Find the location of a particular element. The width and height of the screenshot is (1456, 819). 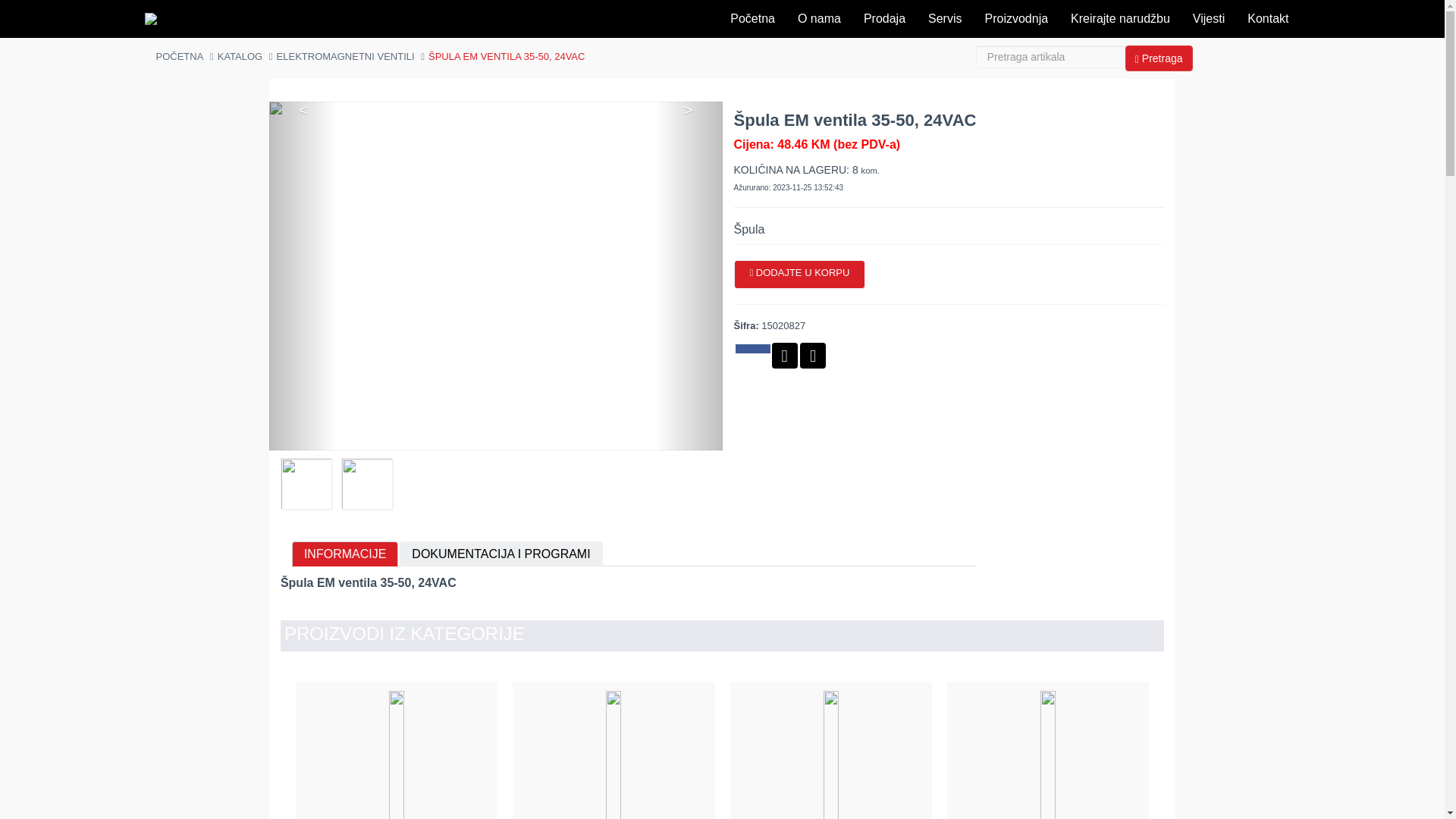

'DODAJTE U KORPU' is located at coordinates (799, 275).